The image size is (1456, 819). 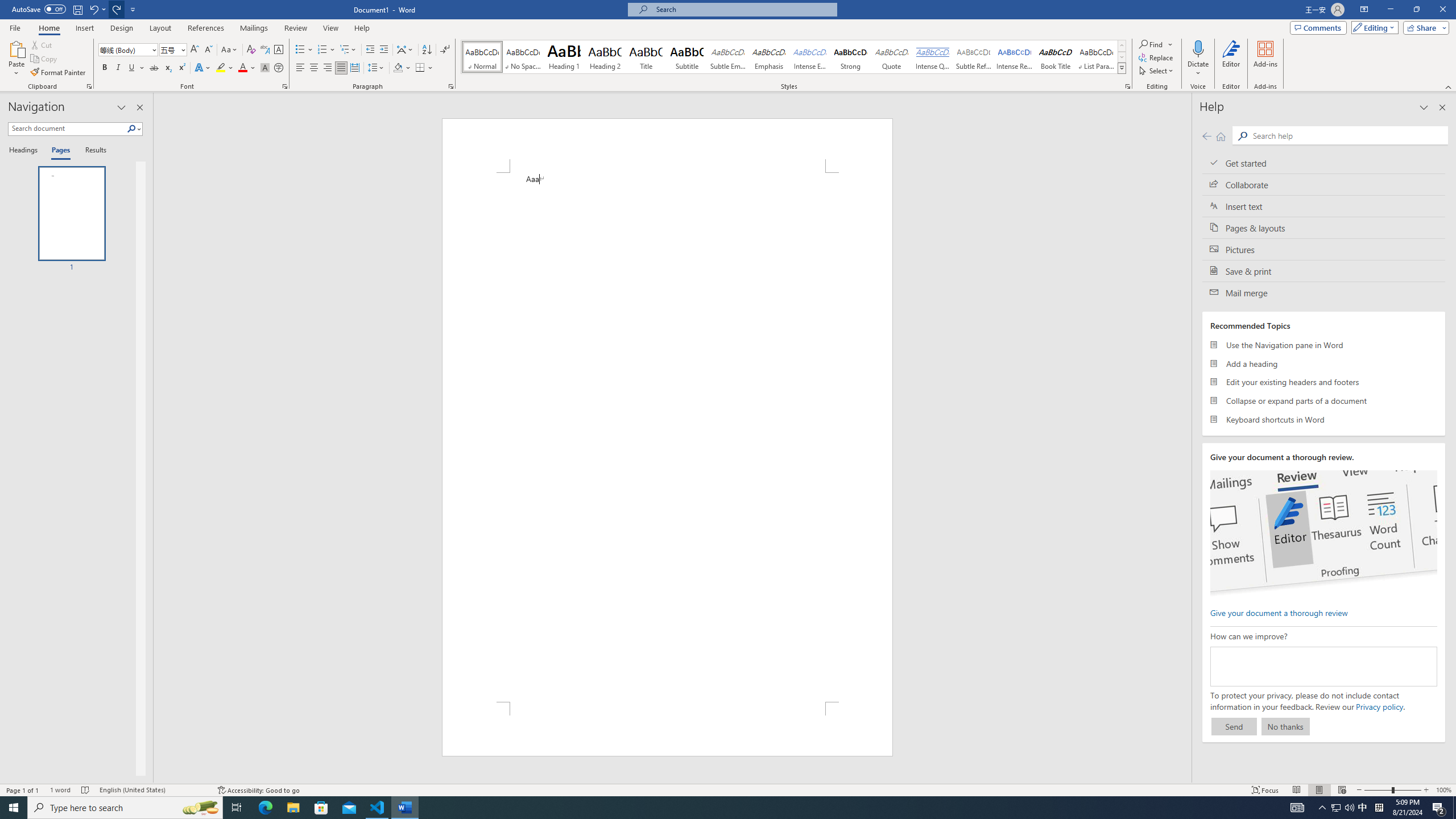 I want to click on 'Collaborate', so click(x=1323, y=184).